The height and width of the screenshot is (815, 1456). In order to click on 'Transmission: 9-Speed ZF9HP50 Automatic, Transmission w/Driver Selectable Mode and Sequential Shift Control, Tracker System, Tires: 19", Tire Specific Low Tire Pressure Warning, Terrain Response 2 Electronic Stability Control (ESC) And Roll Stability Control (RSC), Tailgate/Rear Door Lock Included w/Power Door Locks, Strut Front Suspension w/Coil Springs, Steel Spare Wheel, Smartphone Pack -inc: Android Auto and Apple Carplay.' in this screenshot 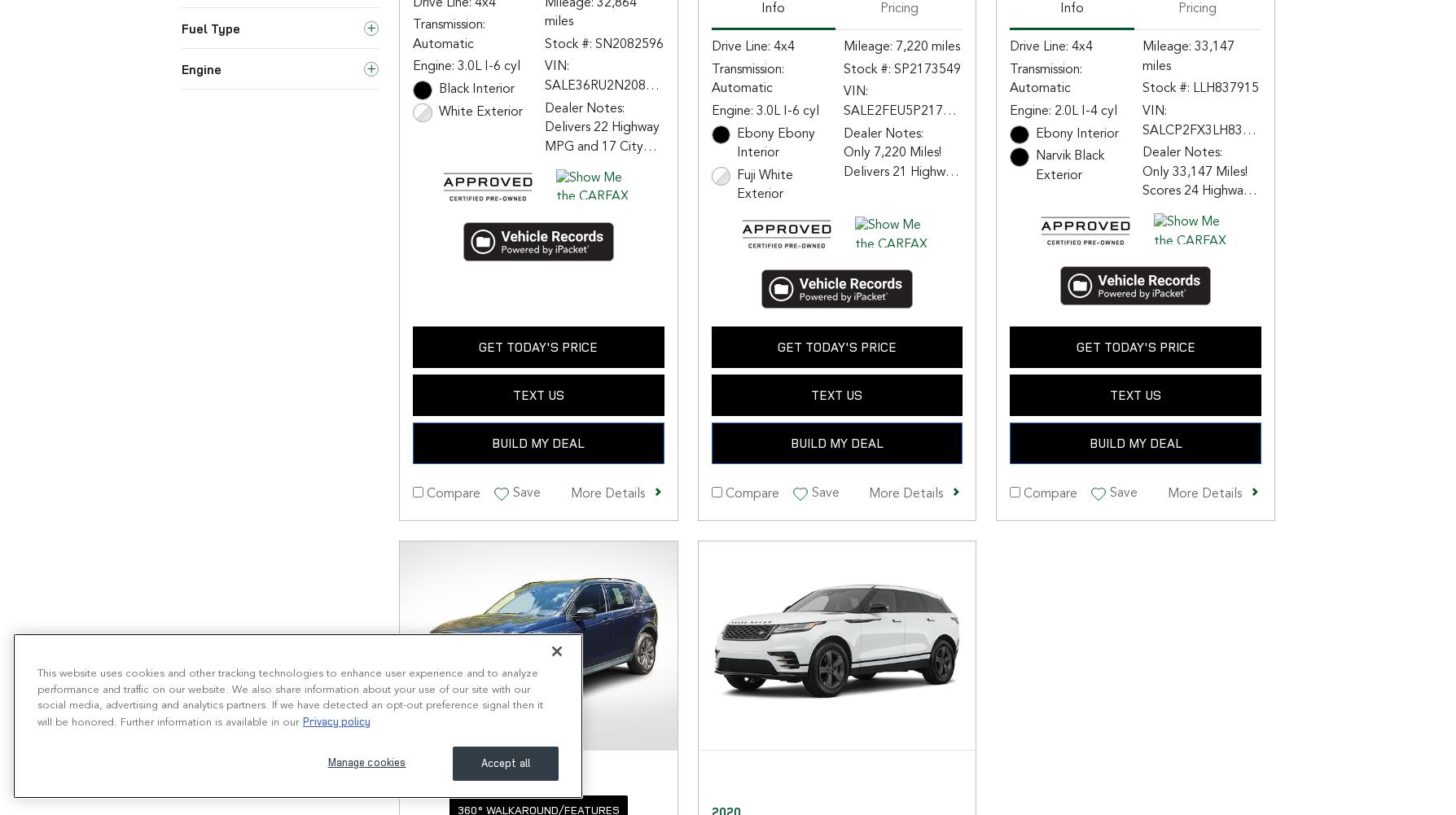, I will do `click(1199, 549)`.